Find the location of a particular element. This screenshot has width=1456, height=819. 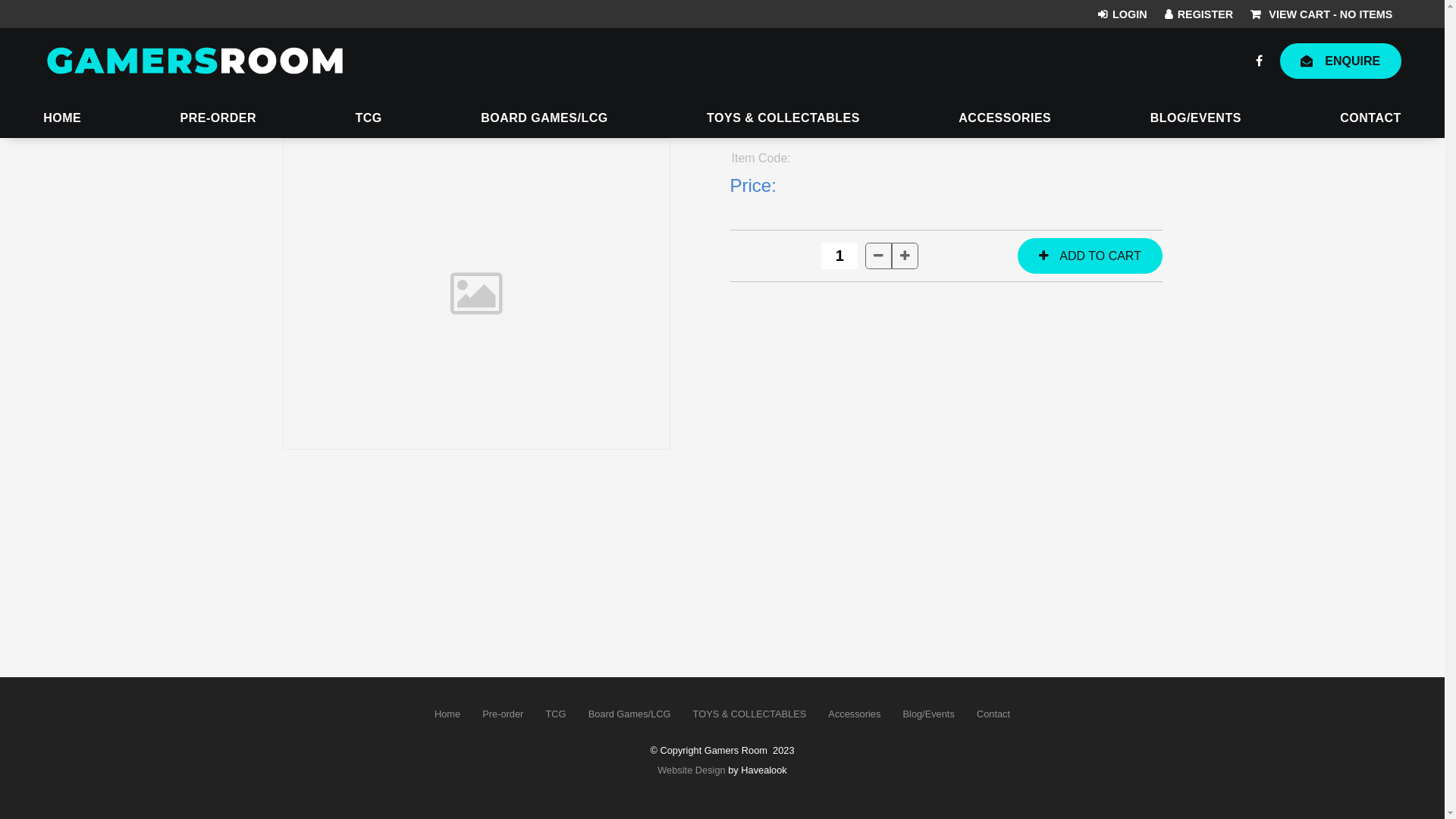

'Blog/Events' is located at coordinates (893, 714).